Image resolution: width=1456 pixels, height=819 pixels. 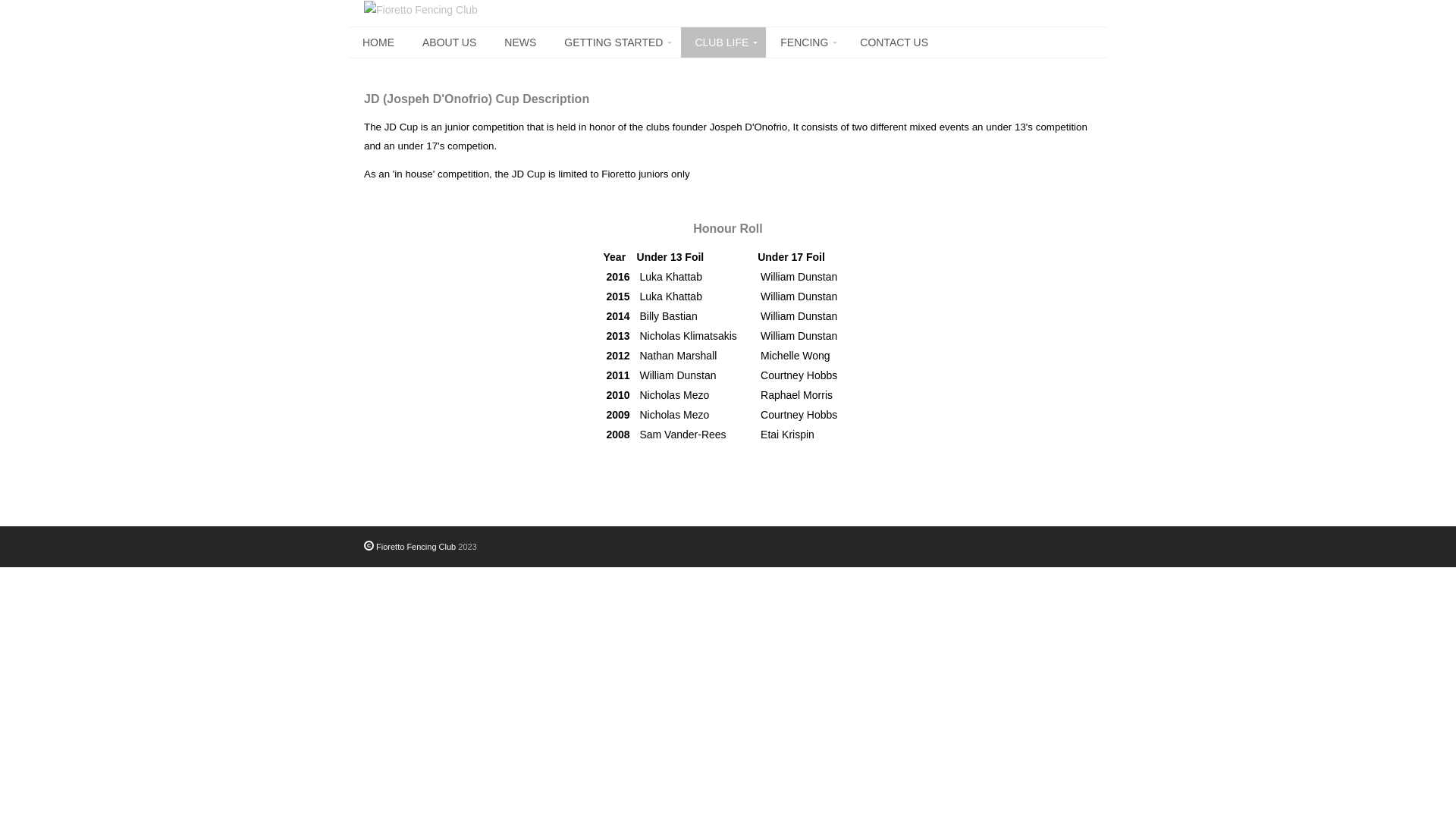 I want to click on 'Fioretto Fencing Club', so click(x=409, y=547).